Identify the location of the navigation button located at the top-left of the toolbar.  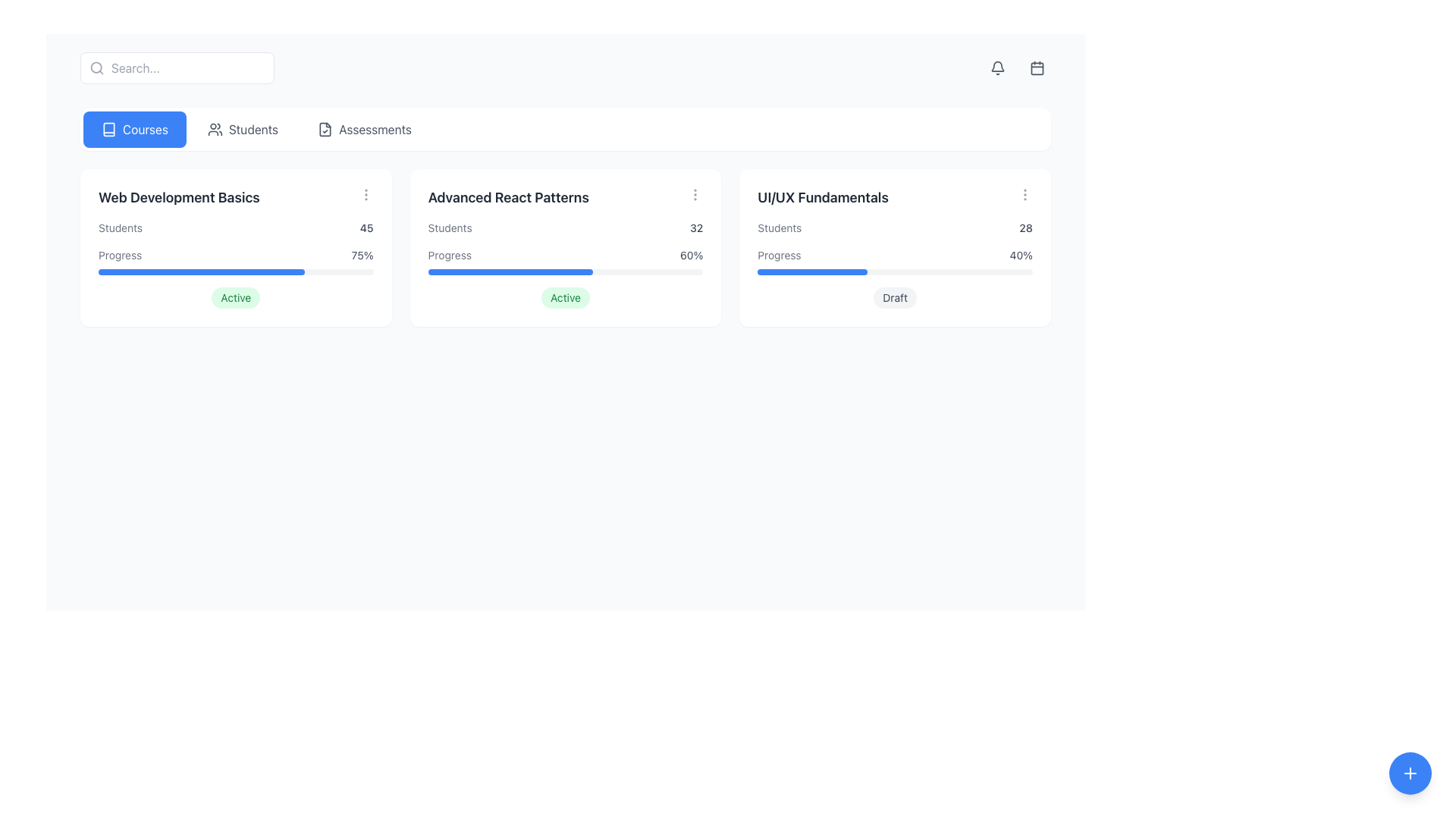
(134, 128).